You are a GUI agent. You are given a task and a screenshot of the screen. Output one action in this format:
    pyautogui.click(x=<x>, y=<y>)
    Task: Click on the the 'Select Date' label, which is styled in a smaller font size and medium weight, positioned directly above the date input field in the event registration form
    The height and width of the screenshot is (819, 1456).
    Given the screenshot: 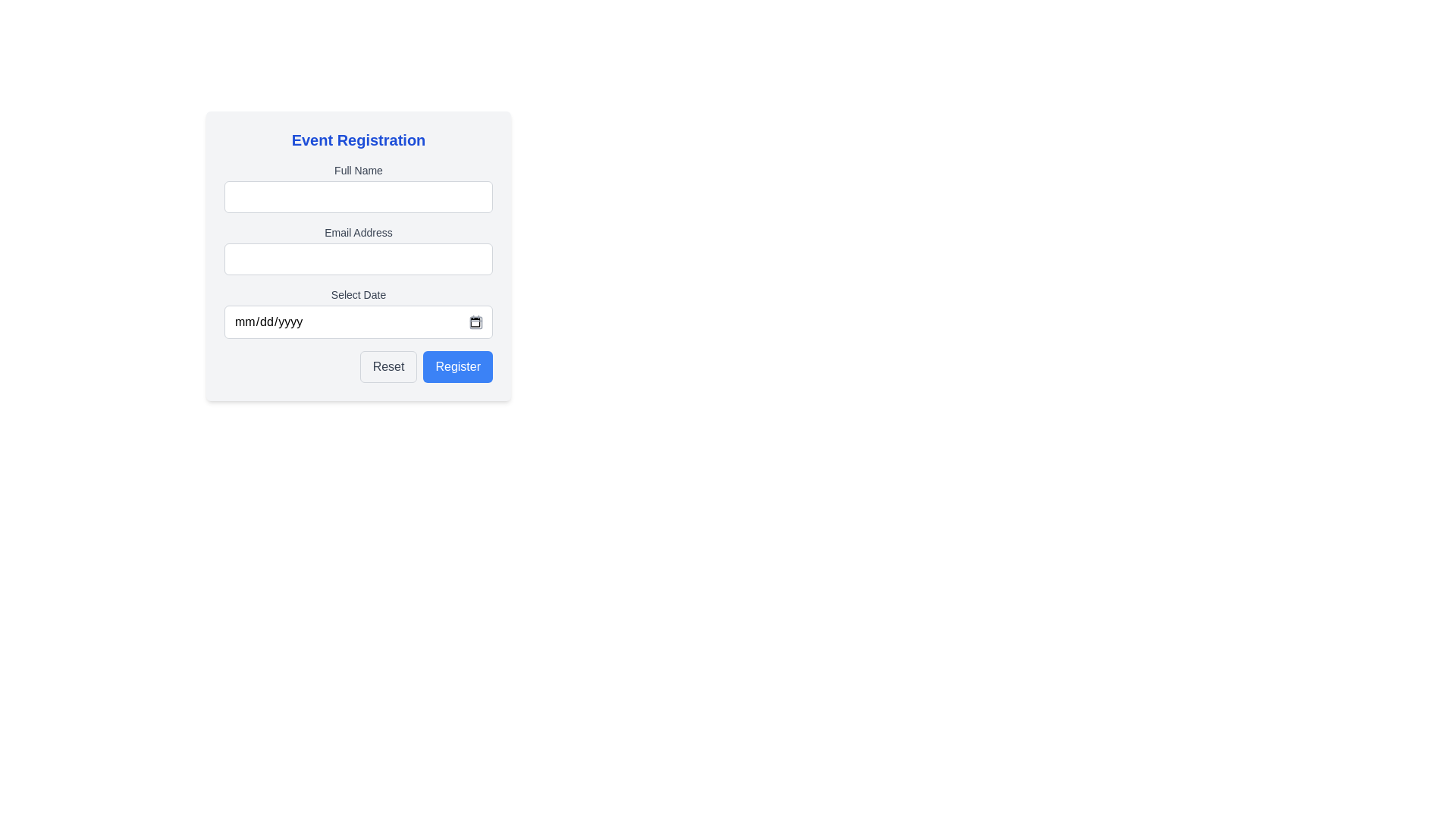 What is the action you would take?
    pyautogui.click(x=358, y=295)
    